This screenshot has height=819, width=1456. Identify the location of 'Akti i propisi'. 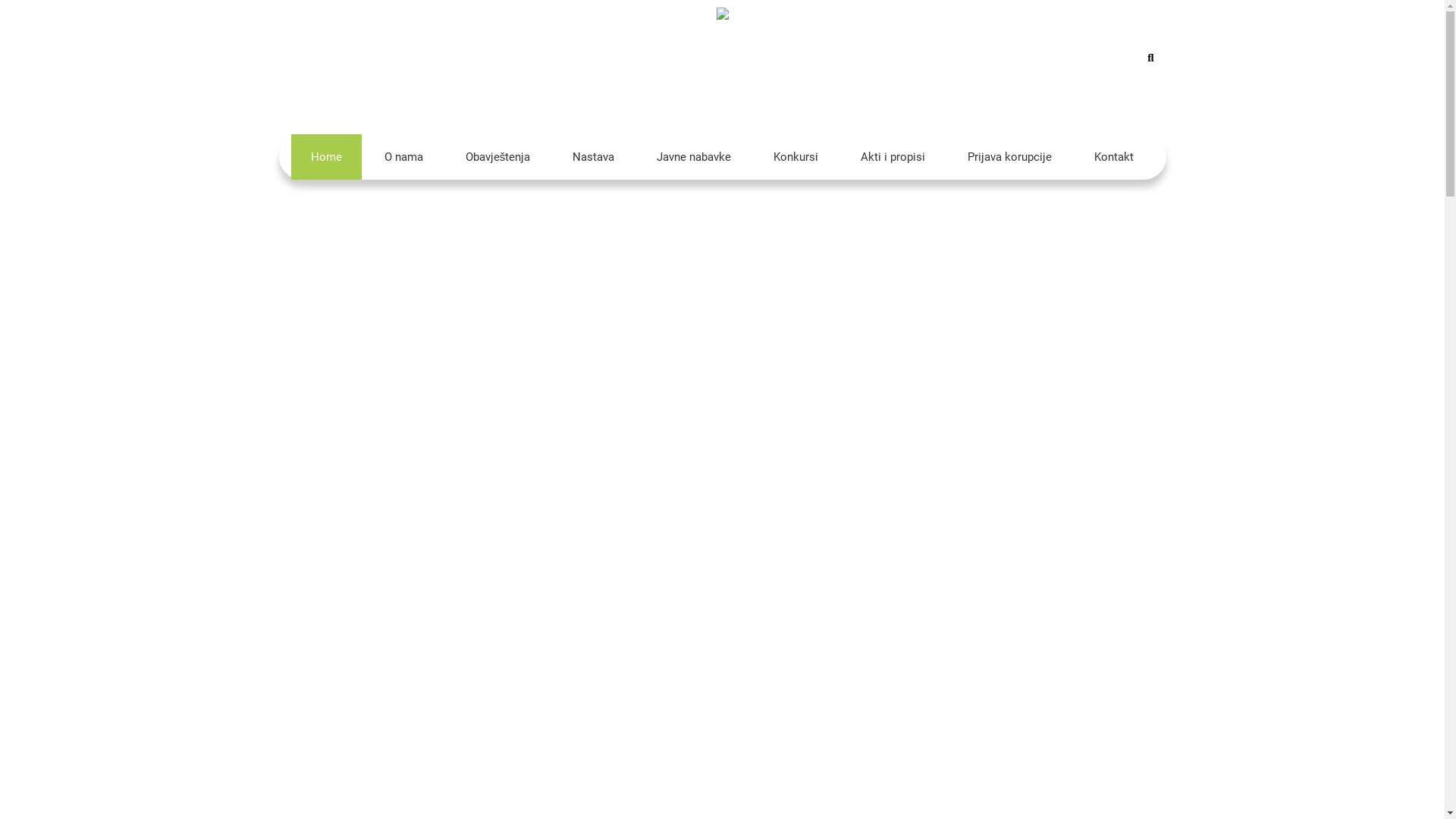
(839, 157).